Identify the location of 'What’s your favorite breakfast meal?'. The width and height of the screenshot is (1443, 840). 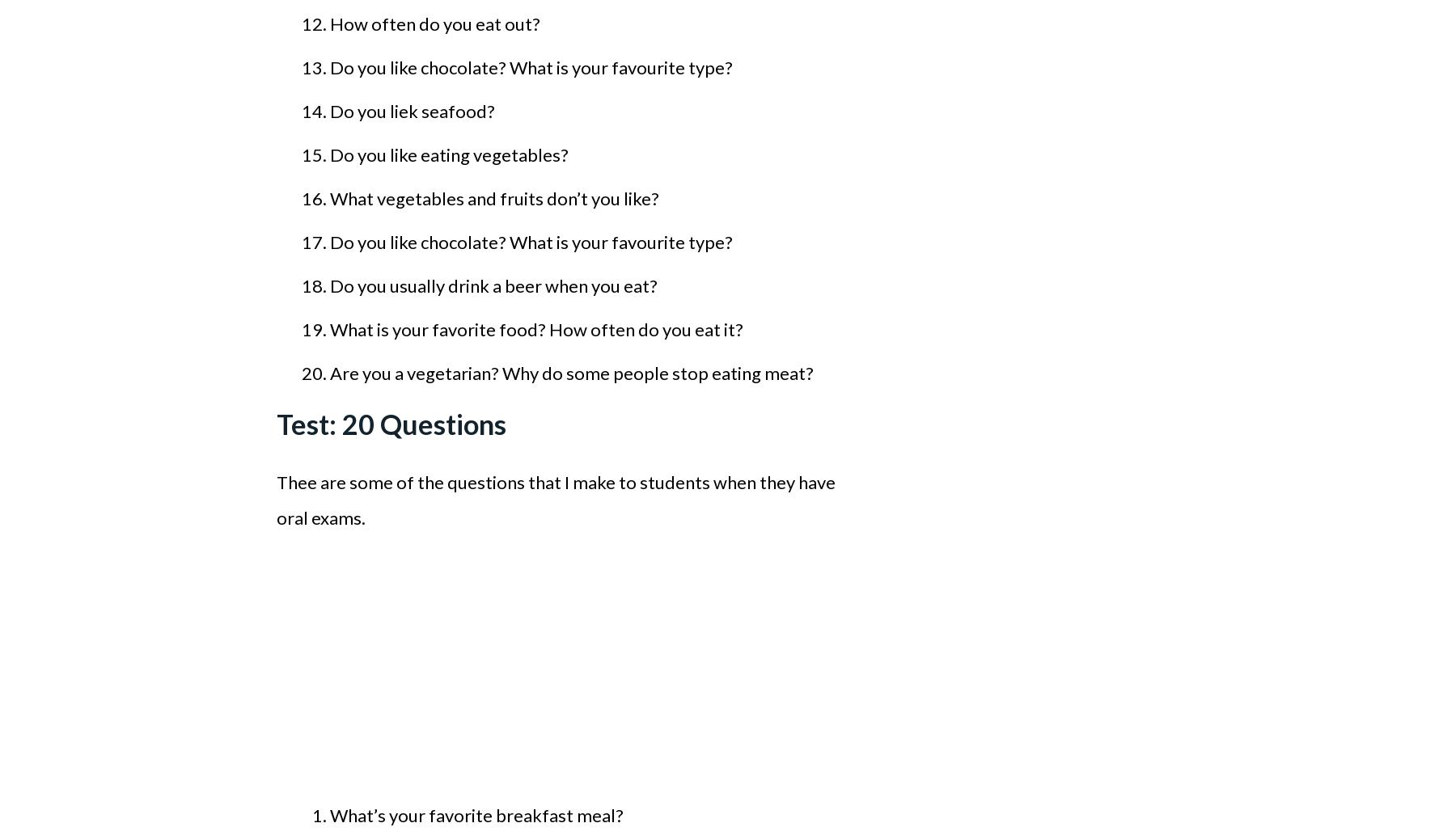
(476, 815).